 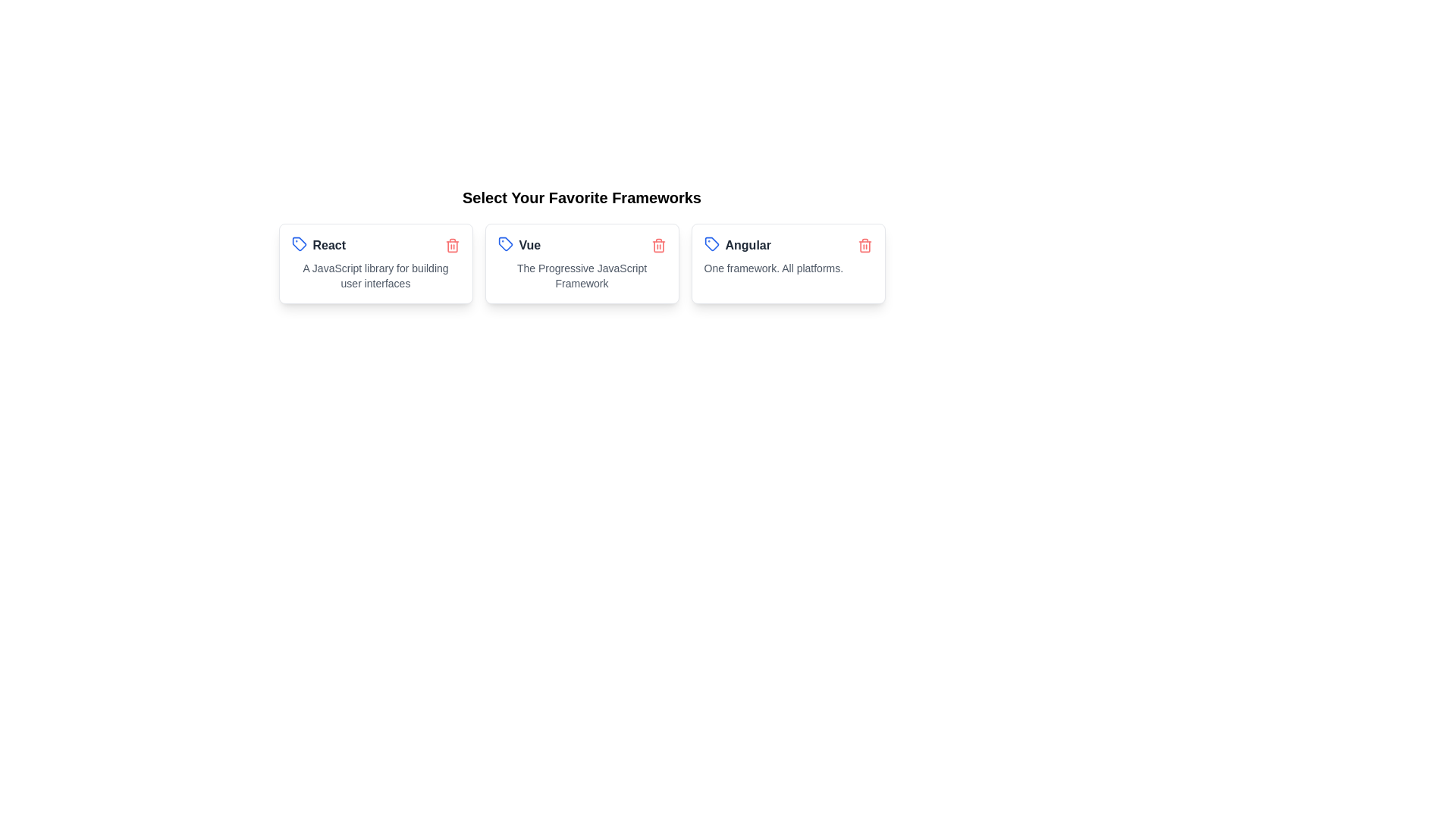 What do you see at coordinates (864, 245) in the screenshot?
I see `the delete icon of the chip labeled Angular to remove it` at bounding box center [864, 245].